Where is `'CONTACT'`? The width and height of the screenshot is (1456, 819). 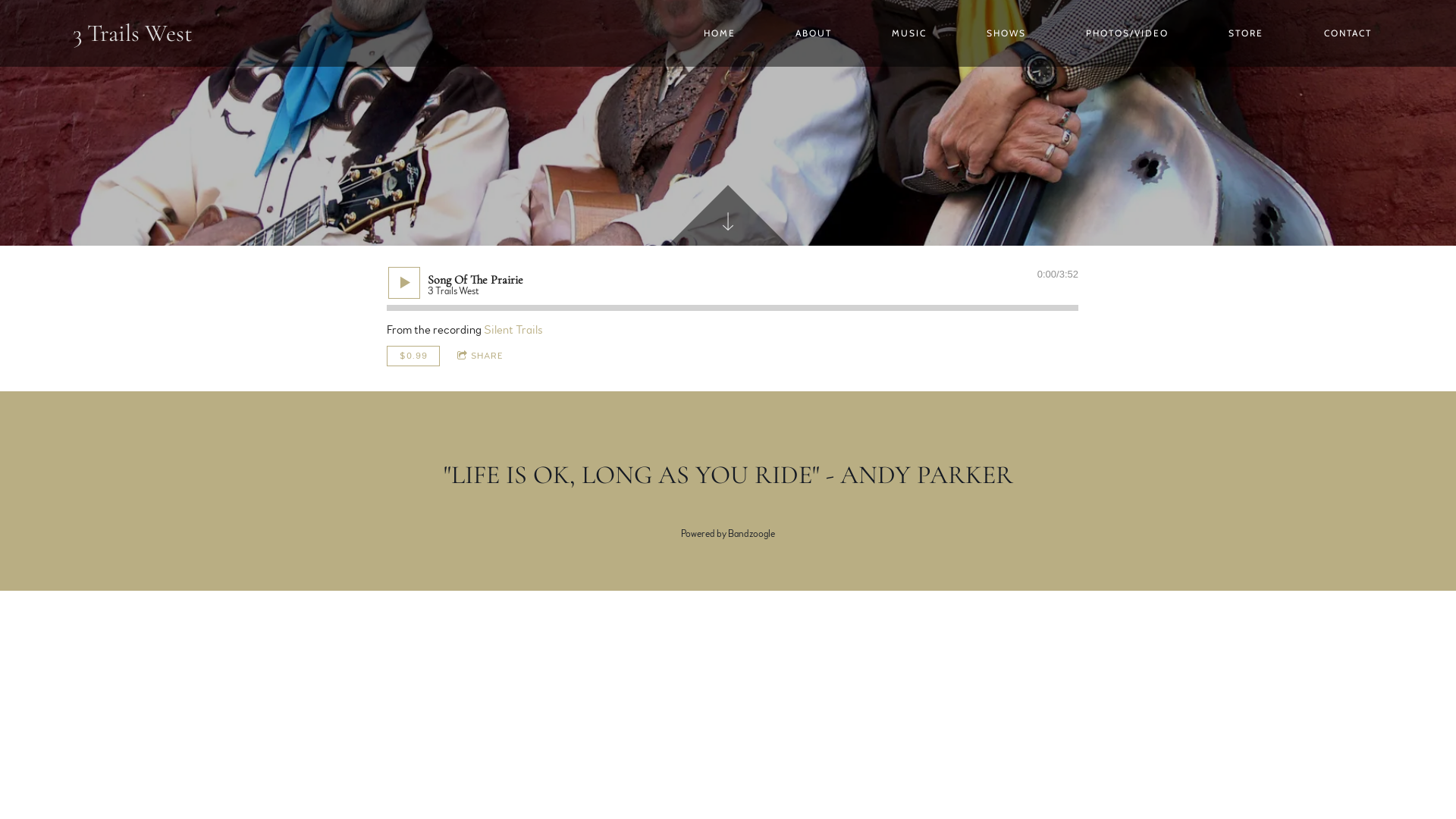 'CONTACT' is located at coordinates (1347, 33).